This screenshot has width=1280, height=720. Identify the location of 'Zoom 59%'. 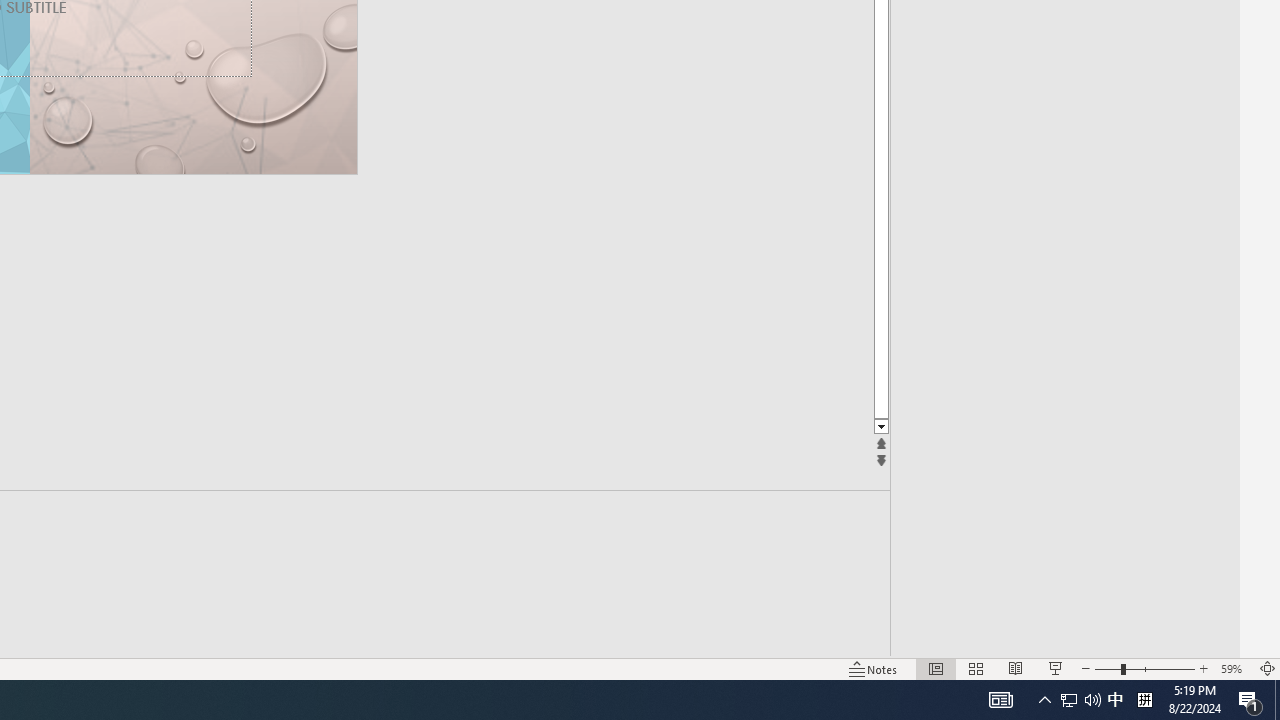
(1233, 669).